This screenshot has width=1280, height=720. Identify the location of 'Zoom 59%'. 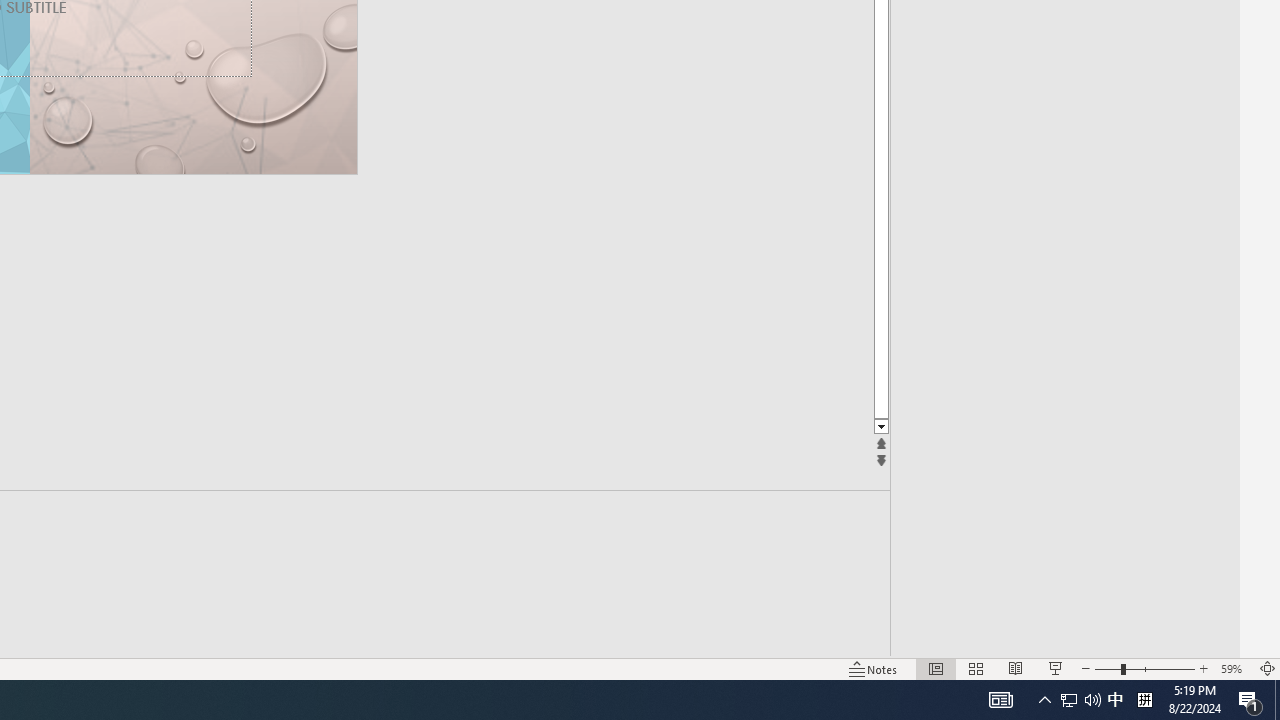
(1233, 669).